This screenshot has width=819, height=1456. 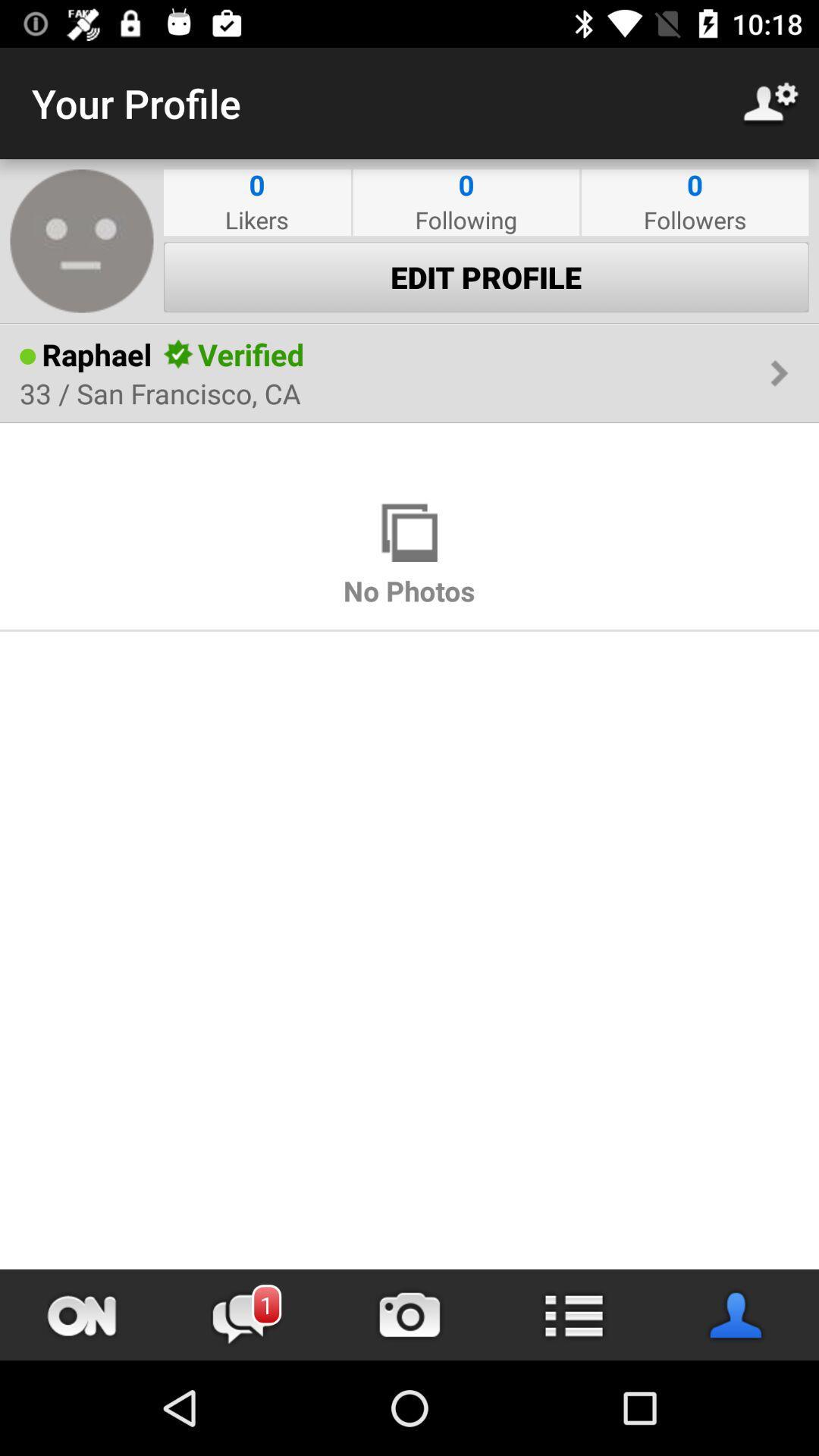 I want to click on the avatar icon, so click(x=736, y=1314).